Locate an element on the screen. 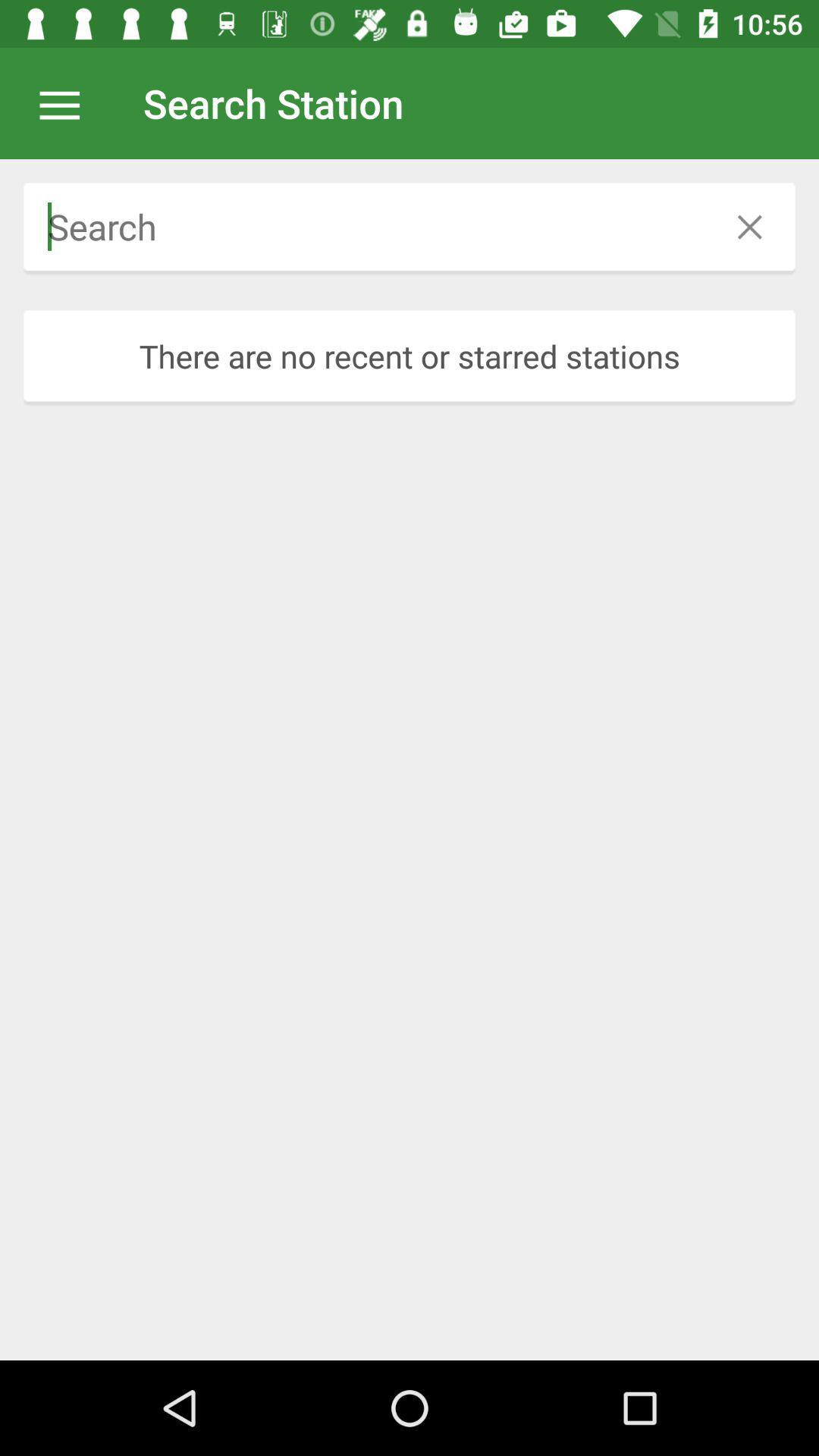 The image size is (819, 1456). open menu is located at coordinates (67, 102).